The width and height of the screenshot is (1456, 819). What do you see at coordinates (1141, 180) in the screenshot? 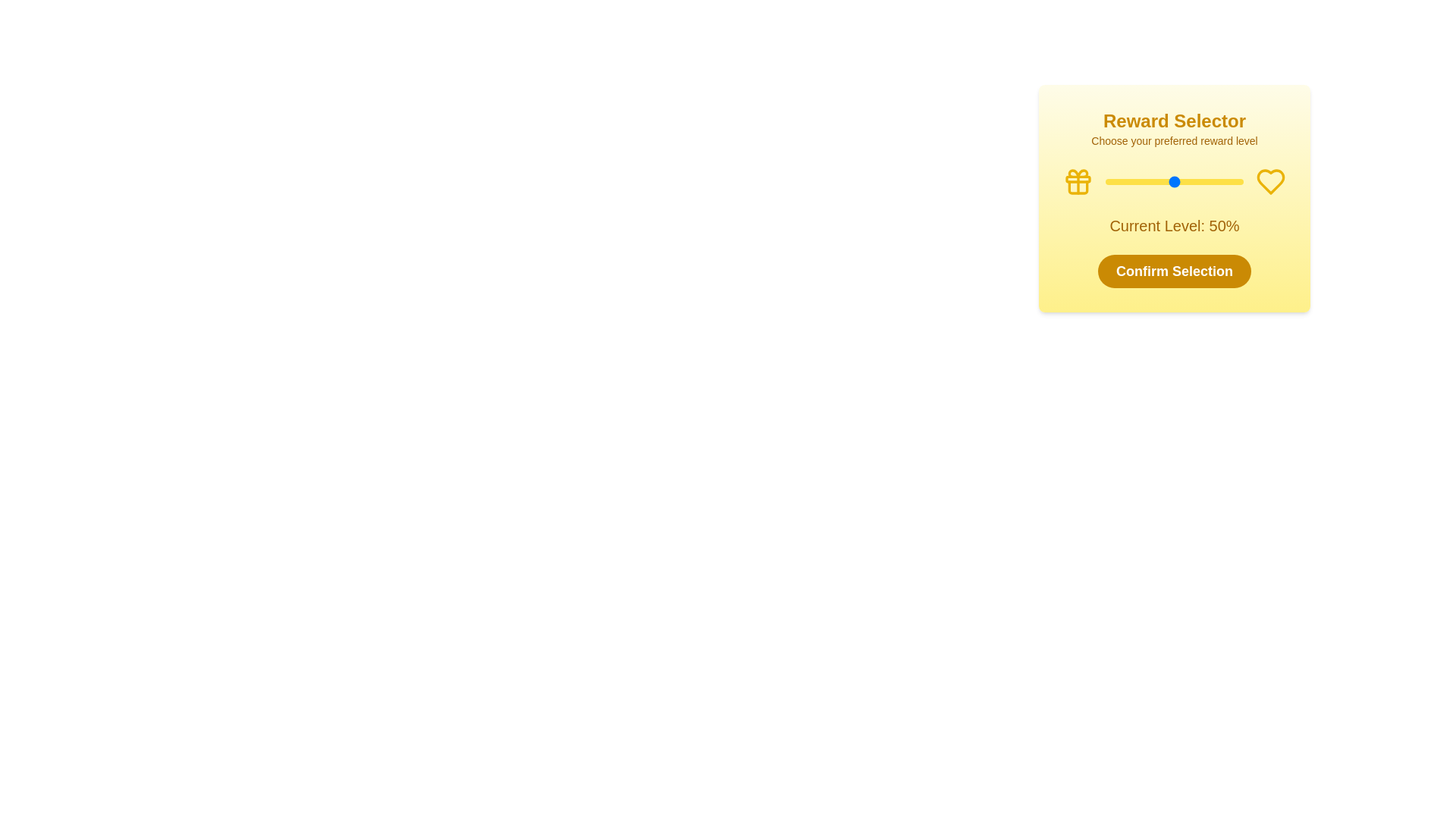
I see `the reward level` at bounding box center [1141, 180].